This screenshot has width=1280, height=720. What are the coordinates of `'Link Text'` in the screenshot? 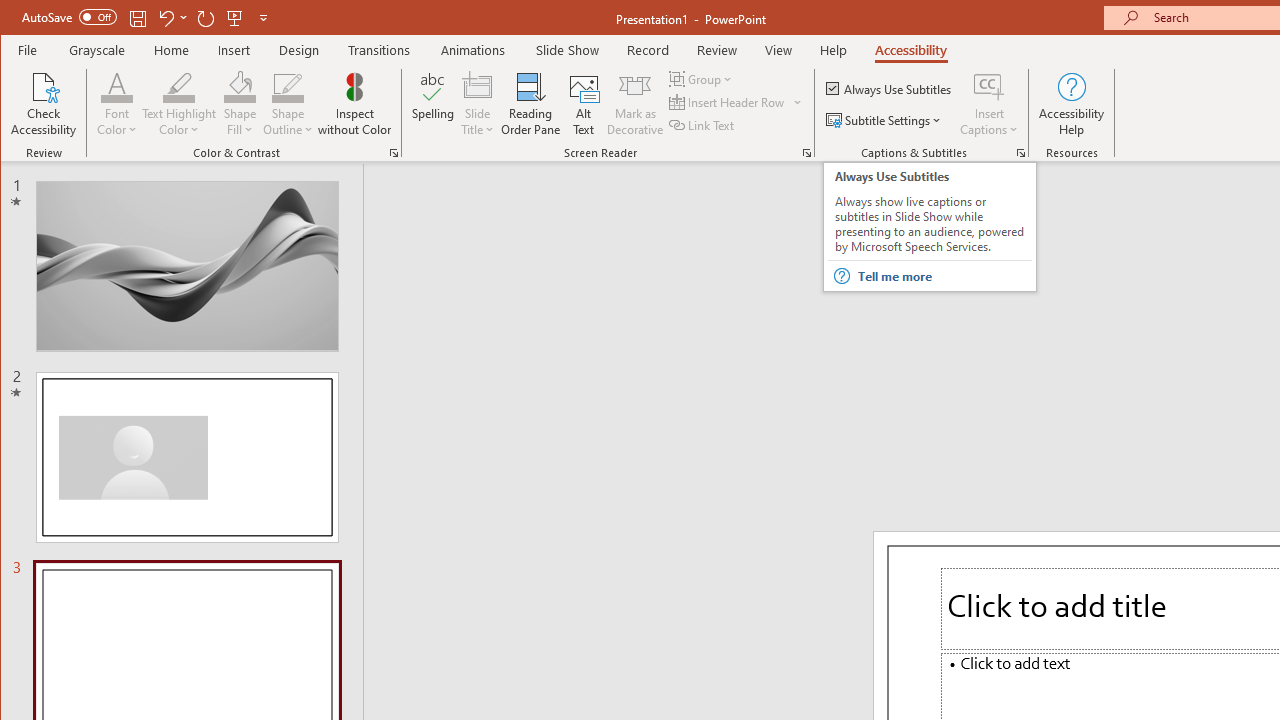 It's located at (703, 125).